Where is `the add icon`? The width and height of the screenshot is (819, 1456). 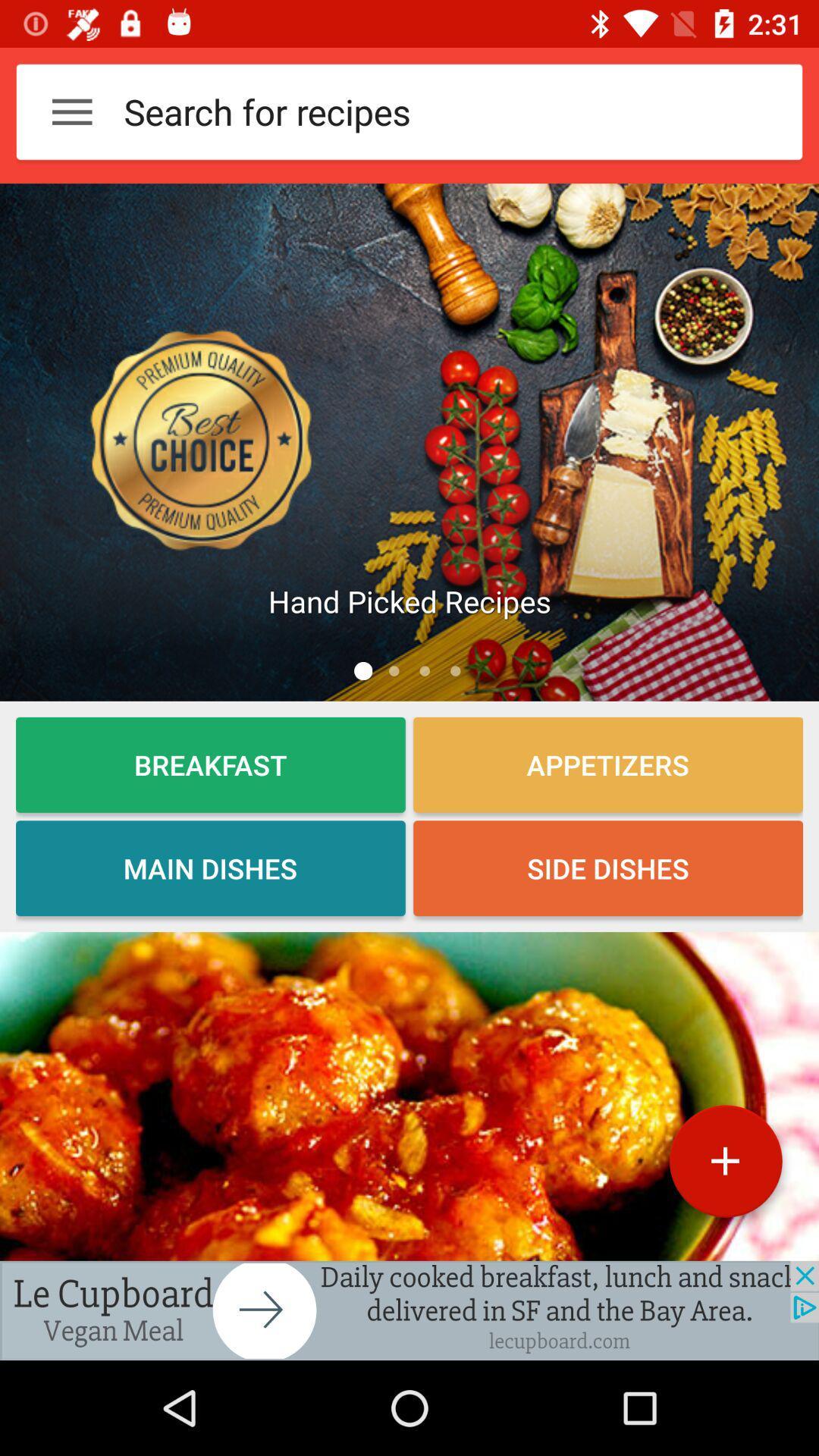 the add icon is located at coordinates (724, 1166).